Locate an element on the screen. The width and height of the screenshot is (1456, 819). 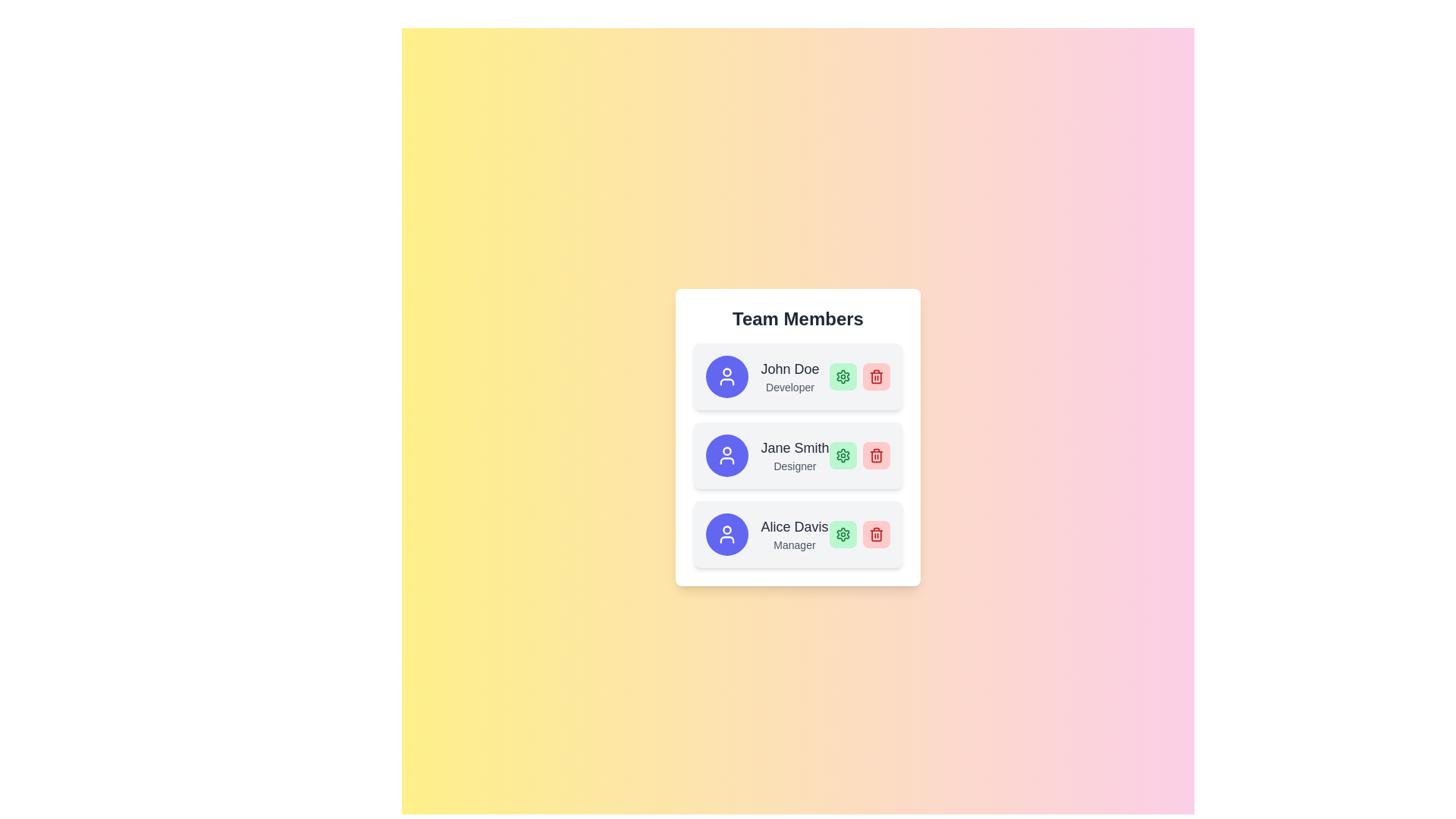
the profile item representing the first team member in the list of 'Team Members' by clicking on it is located at coordinates (763, 376).